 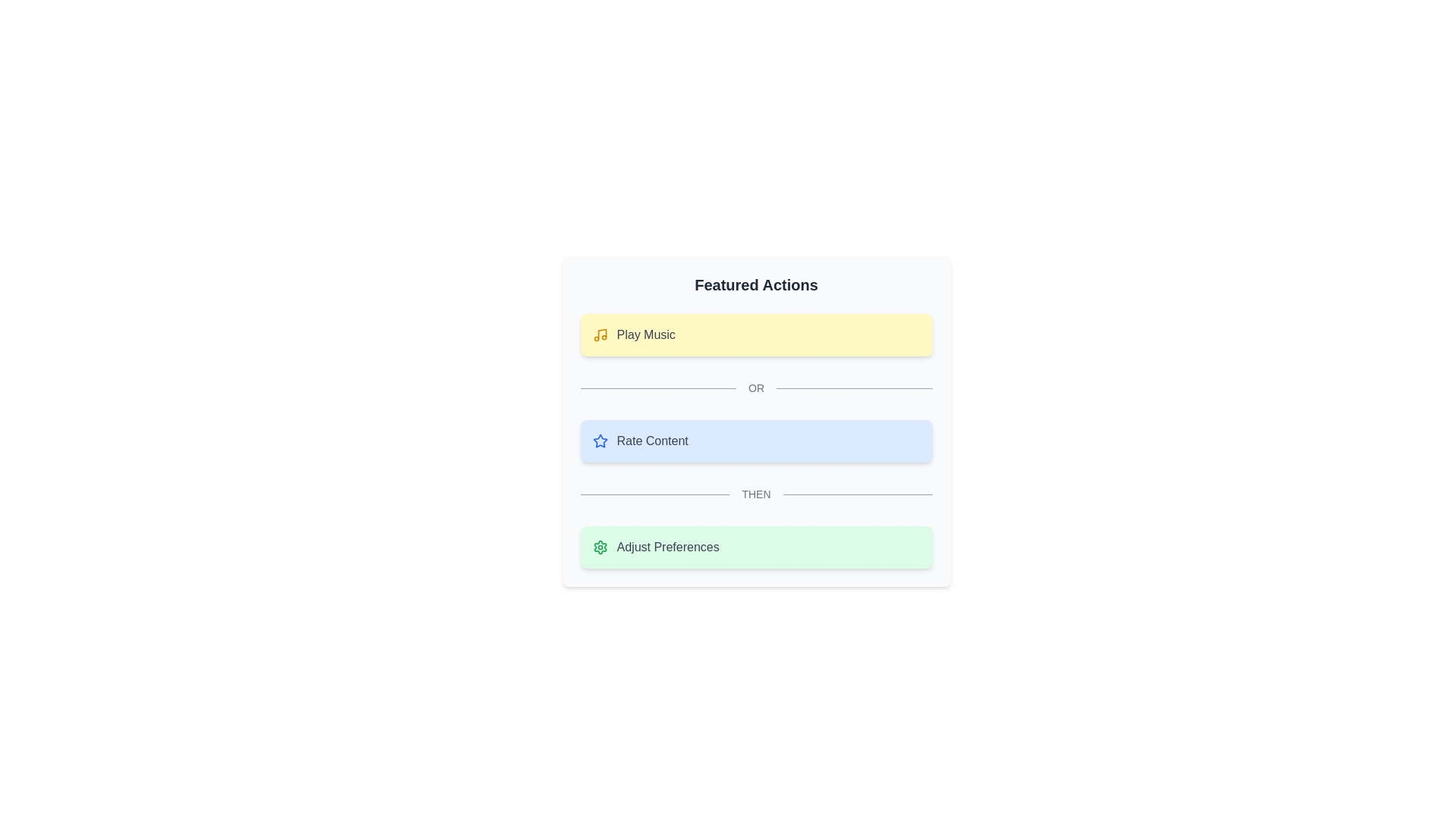 I want to click on the bold heading 'Featured Actions', which is styled with a larger font size and center alignment, located within a white card-like structure, so click(x=756, y=284).